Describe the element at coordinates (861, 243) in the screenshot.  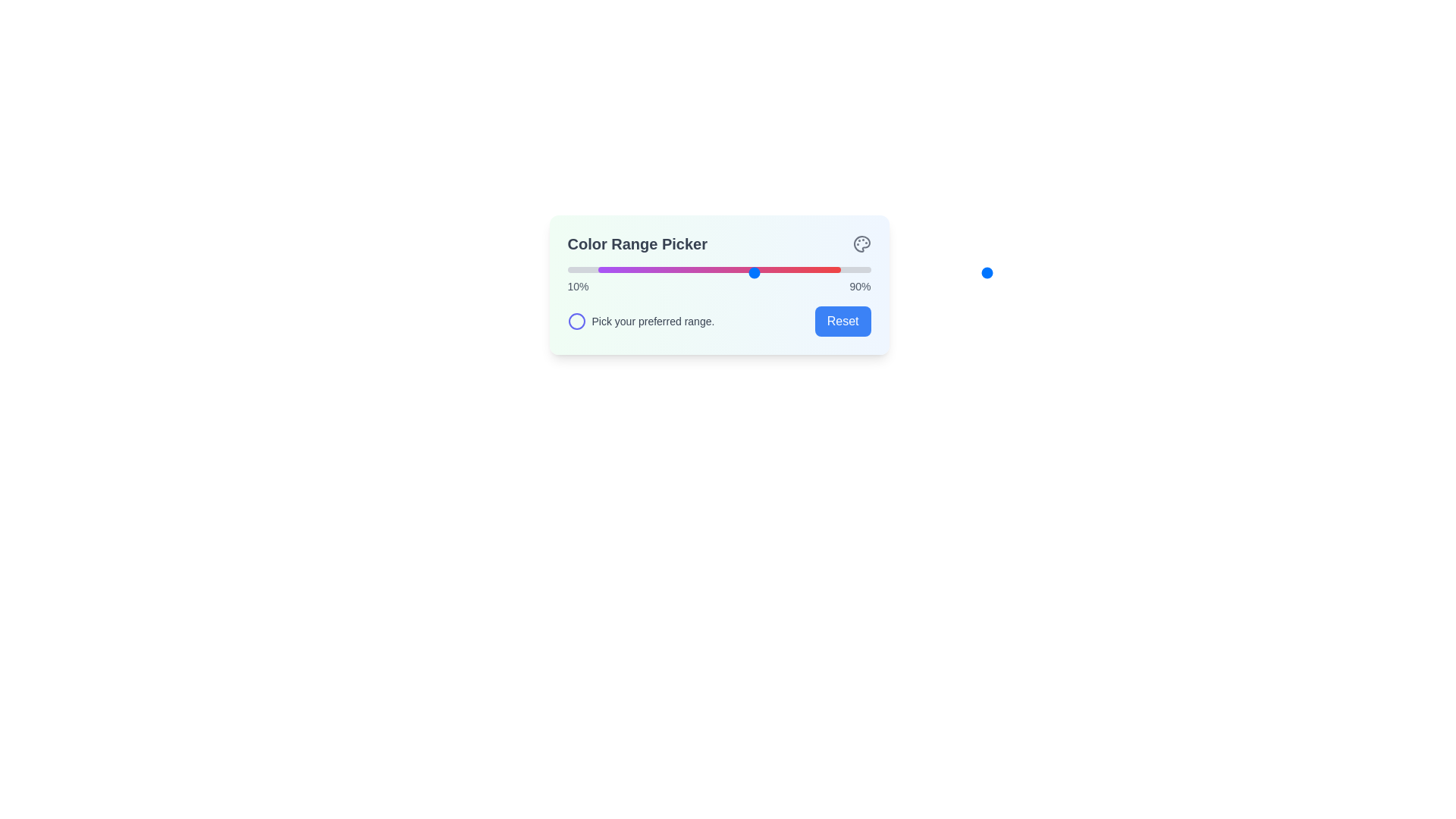
I see `the circular graphic element that is part of the palette icon in the top-right corner of the 'Color Range Picker' dialogue box` at that location.